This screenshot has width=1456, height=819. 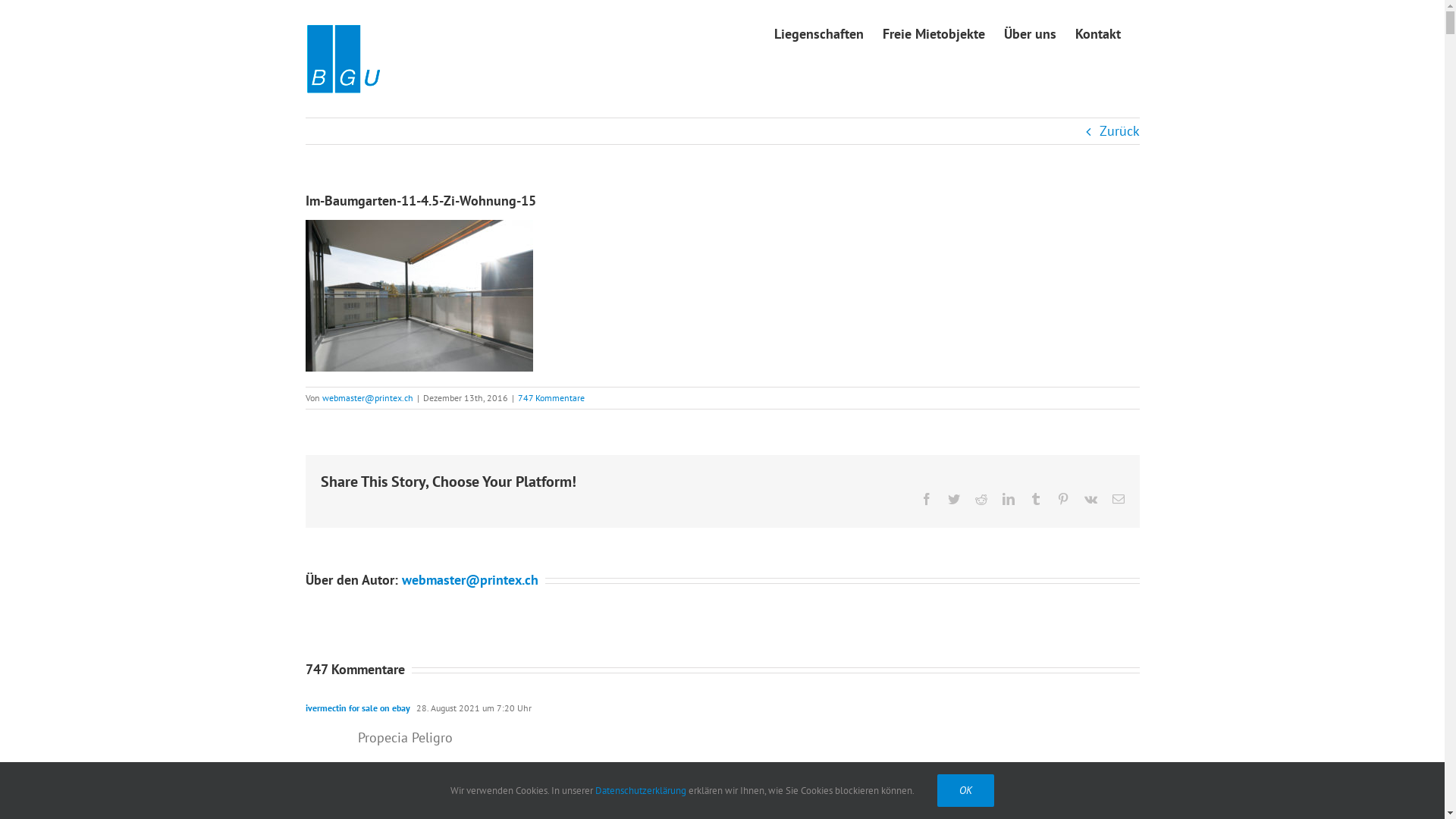 I want to click on 'Vk', so click(x=1090, y=499).